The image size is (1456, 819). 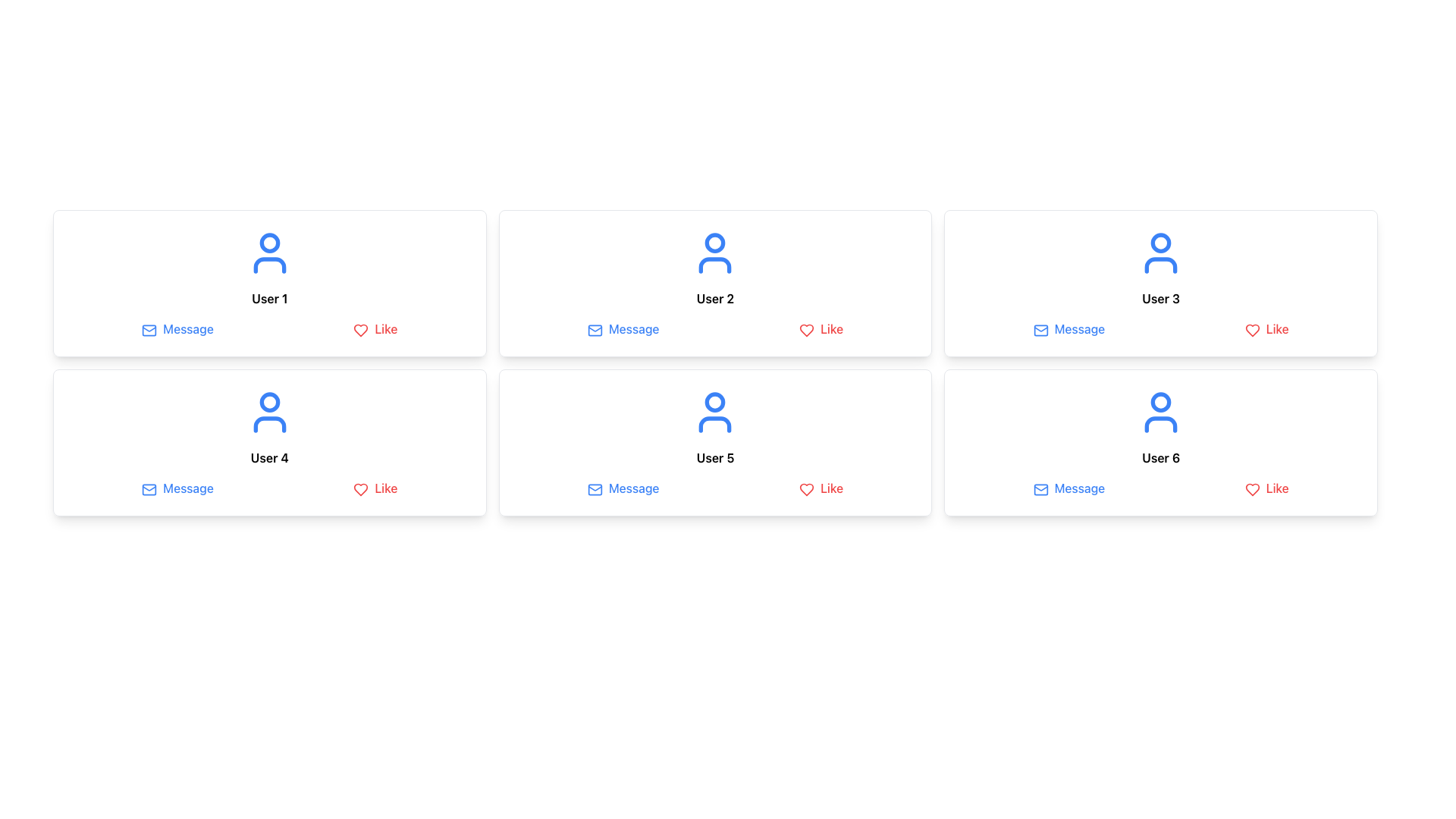 What do you see at coordinates (269, 298) in the screenshot?
I see `the text label displaying the username or title associated with the user profile, positioned under the blue user avatar and above the 'Message' and 'Like' elements in the card layout` at bounding box center [269, 298].